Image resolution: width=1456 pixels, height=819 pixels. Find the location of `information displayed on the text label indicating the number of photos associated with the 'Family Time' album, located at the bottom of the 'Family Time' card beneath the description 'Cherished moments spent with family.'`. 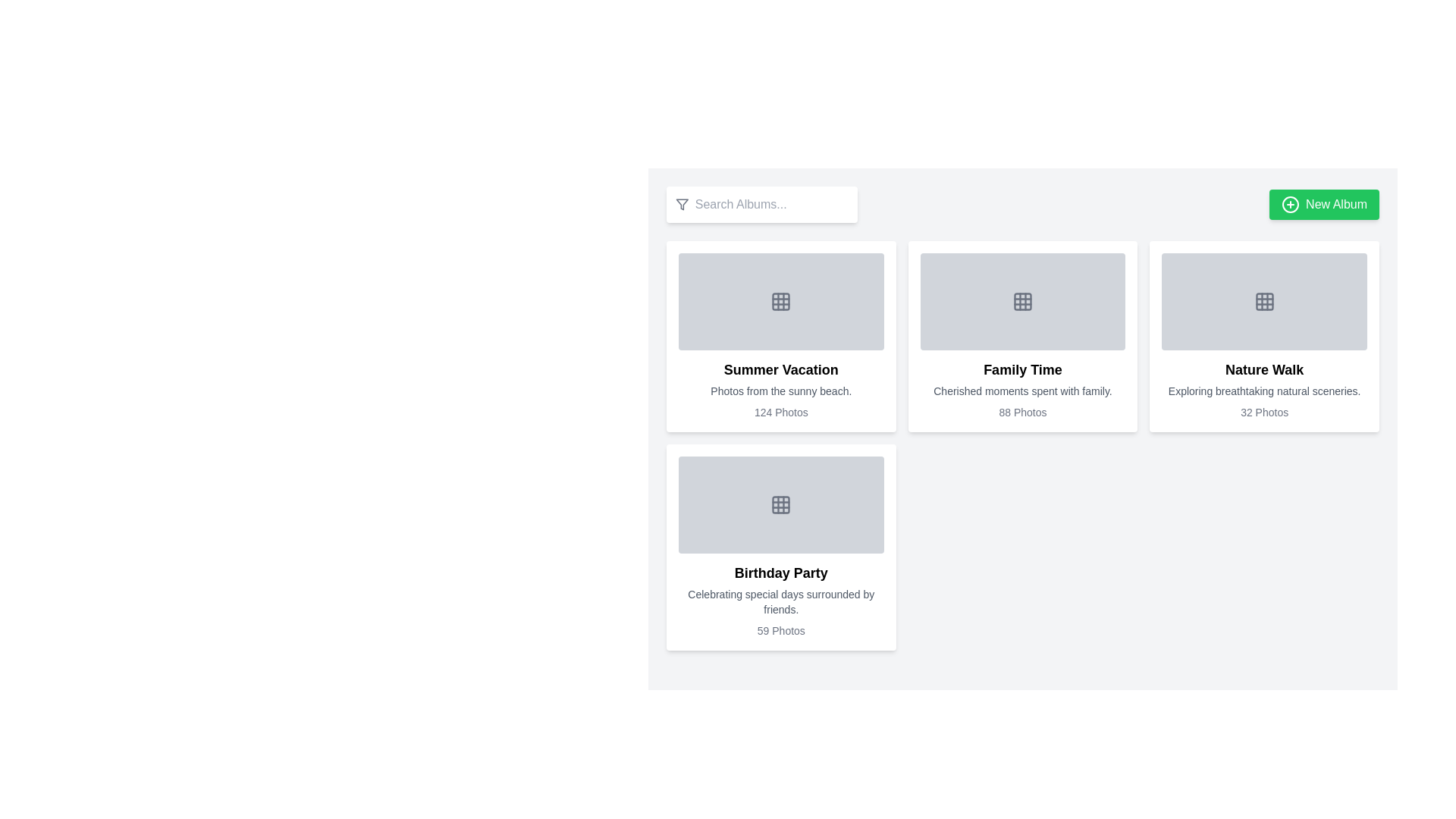

information displayed on the text label indicating the number of photos associated with the 'Family Time' album, located at the bottom of the 'Family Time' card beneath the description 'Cherished moments spent with family.' is located at coordinates (1022, 412).